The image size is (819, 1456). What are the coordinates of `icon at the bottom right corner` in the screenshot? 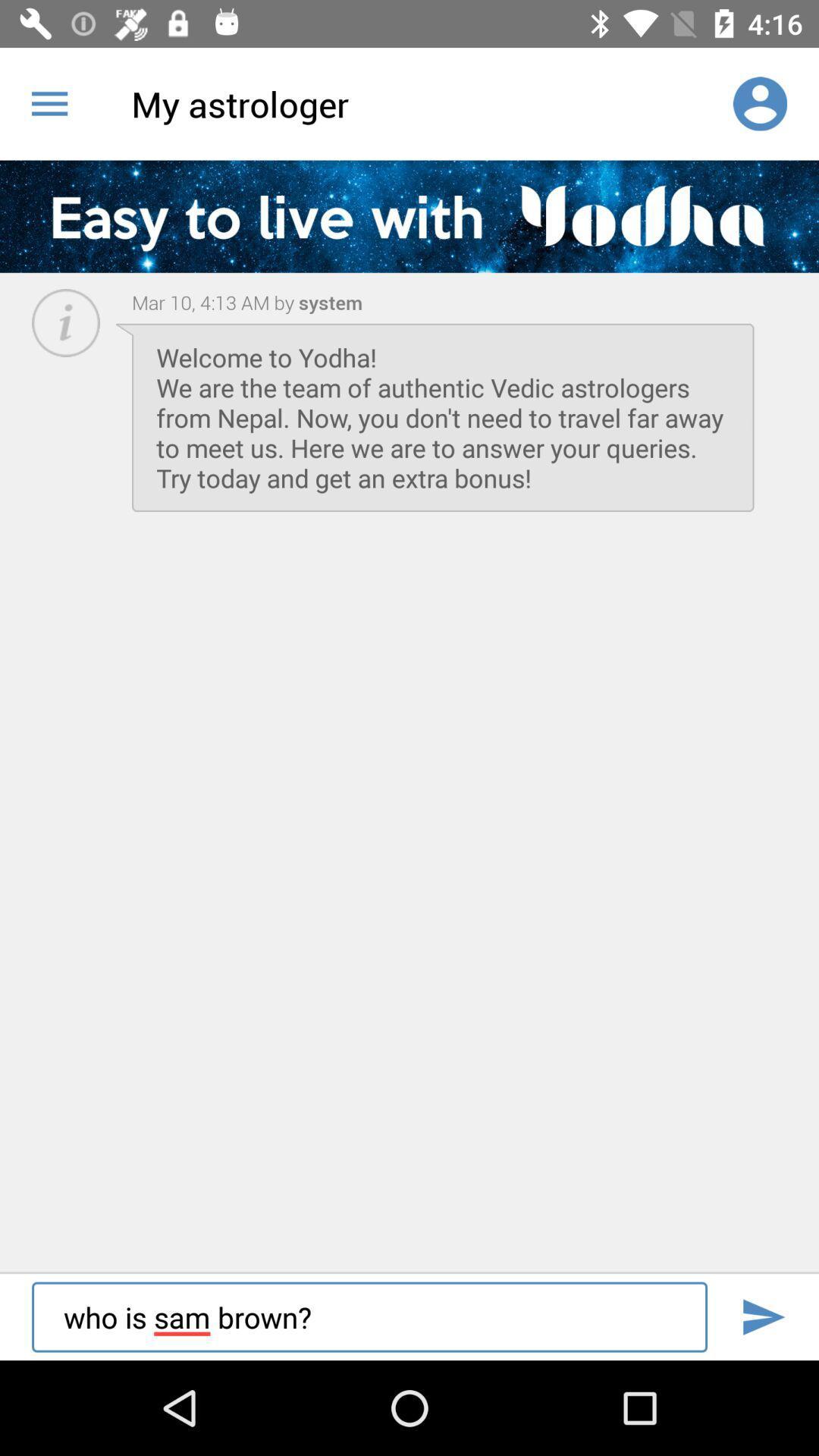 It's located at (763, 1316).